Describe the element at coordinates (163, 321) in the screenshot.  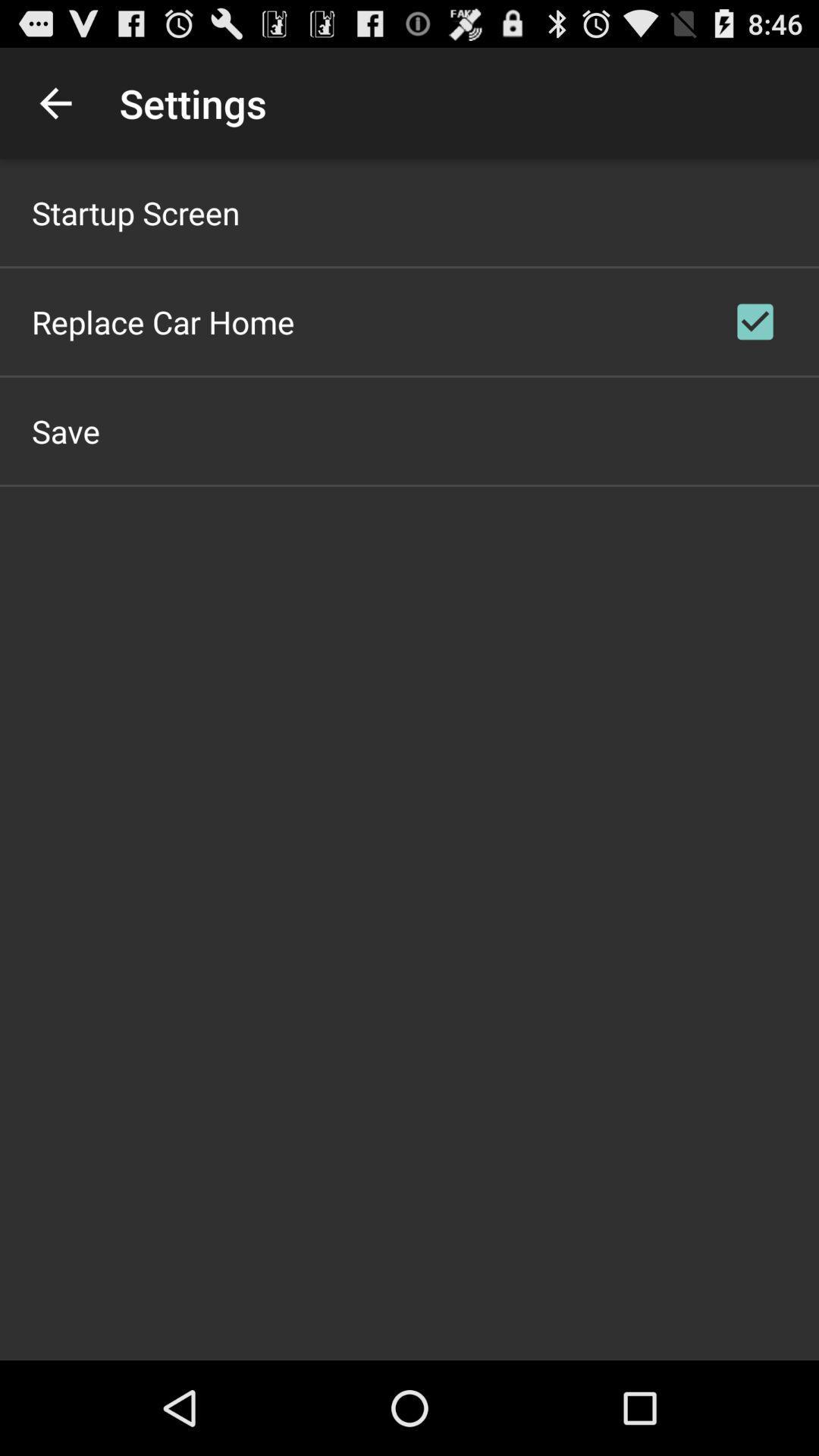
I see `replace car home app` at that location.